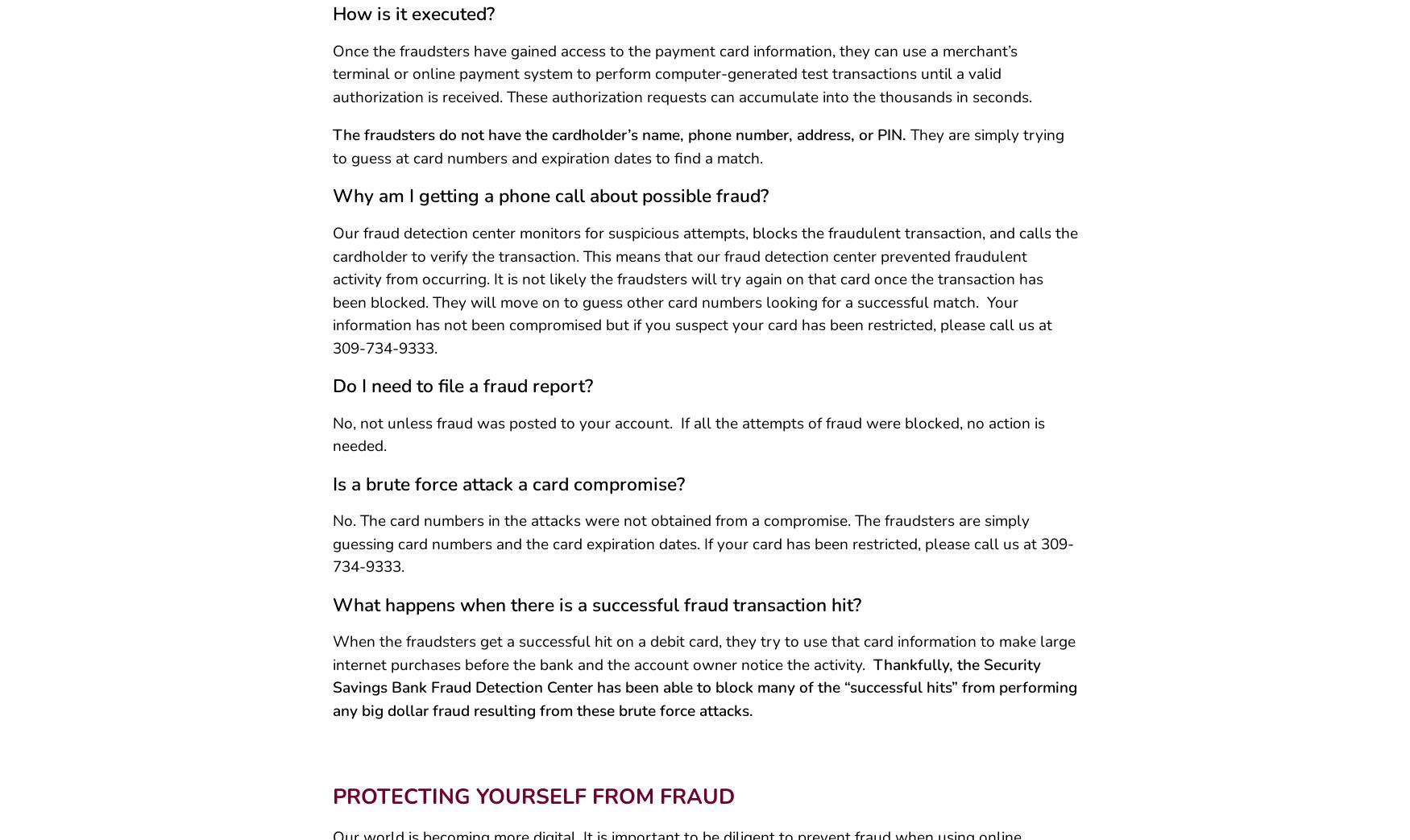 This screenshot has height=840, width=1410. Describe the element at coordinates (330, 610) in the screenshot. I see `'What happens when there is a successful fraud transaction hit?'` at that location.